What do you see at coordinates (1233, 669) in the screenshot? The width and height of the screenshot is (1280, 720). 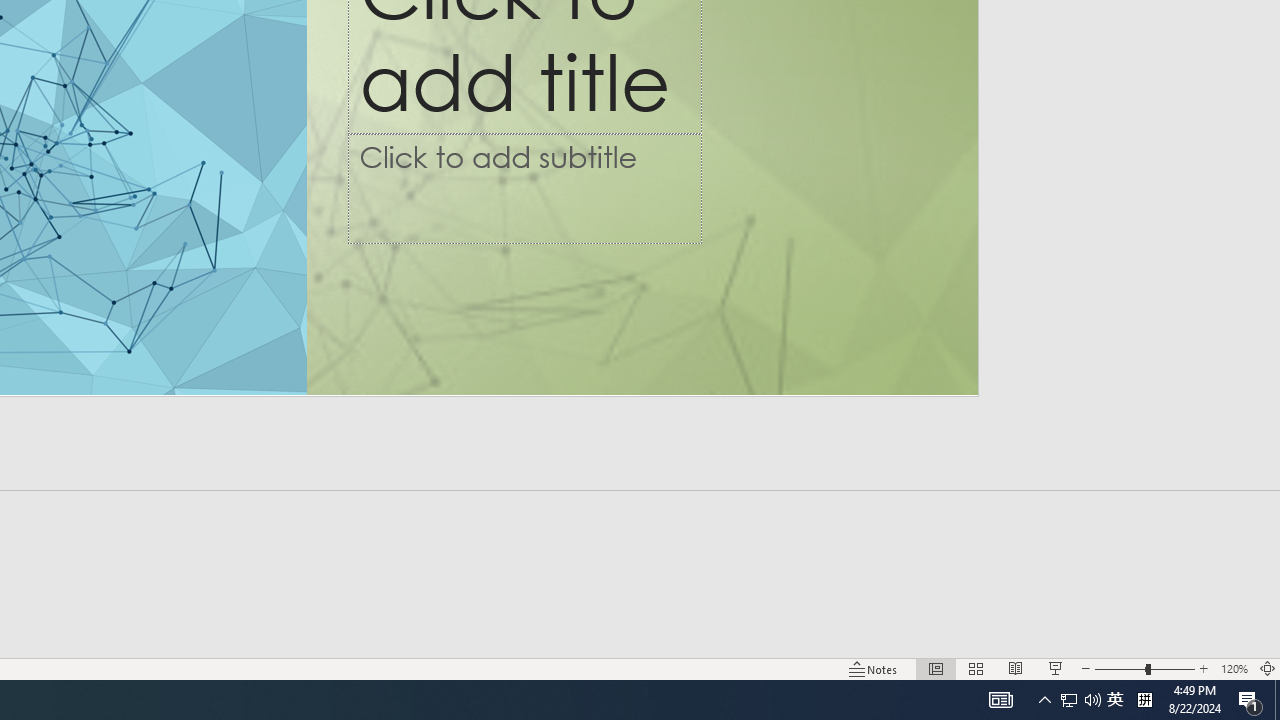 I see `'Zoom 120%'` at bounding box center [1233, 669].